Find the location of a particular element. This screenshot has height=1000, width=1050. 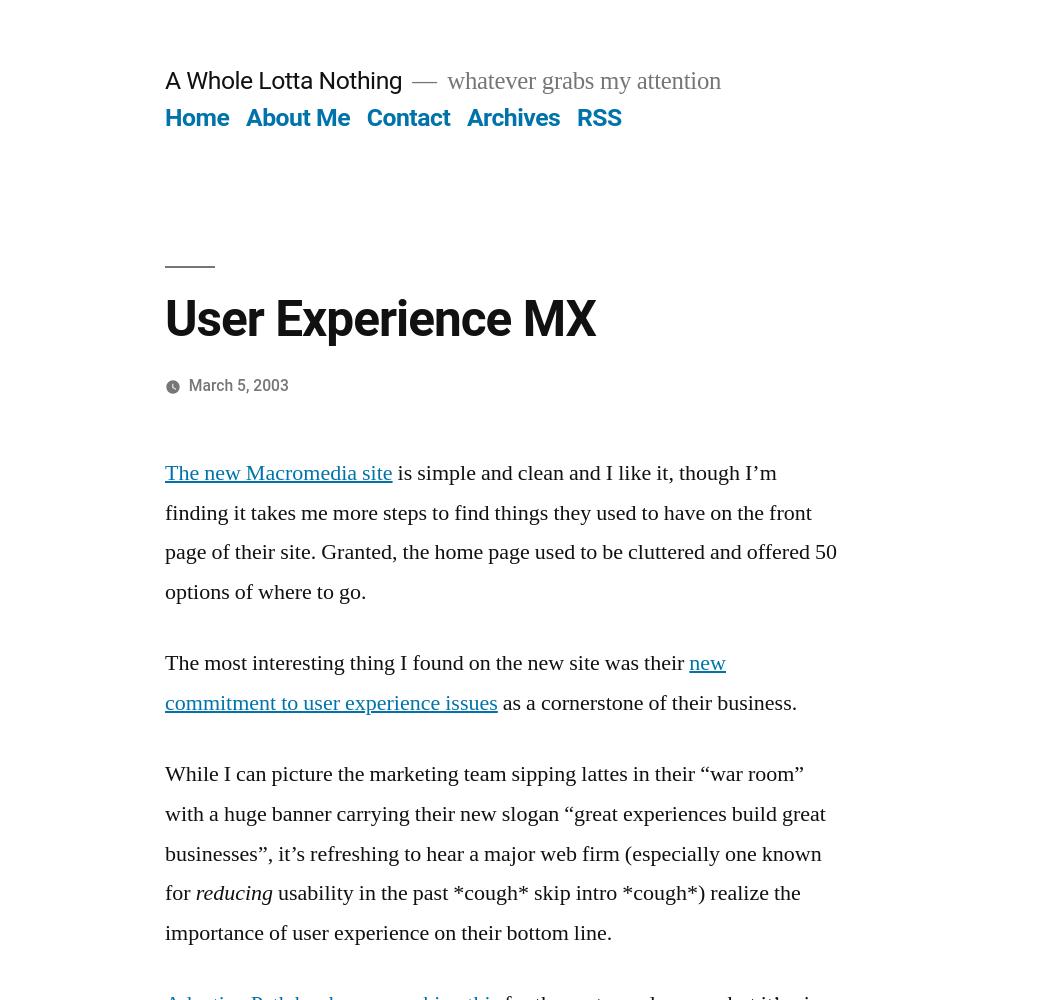

'RSS' is located at coordinates (597, 116).